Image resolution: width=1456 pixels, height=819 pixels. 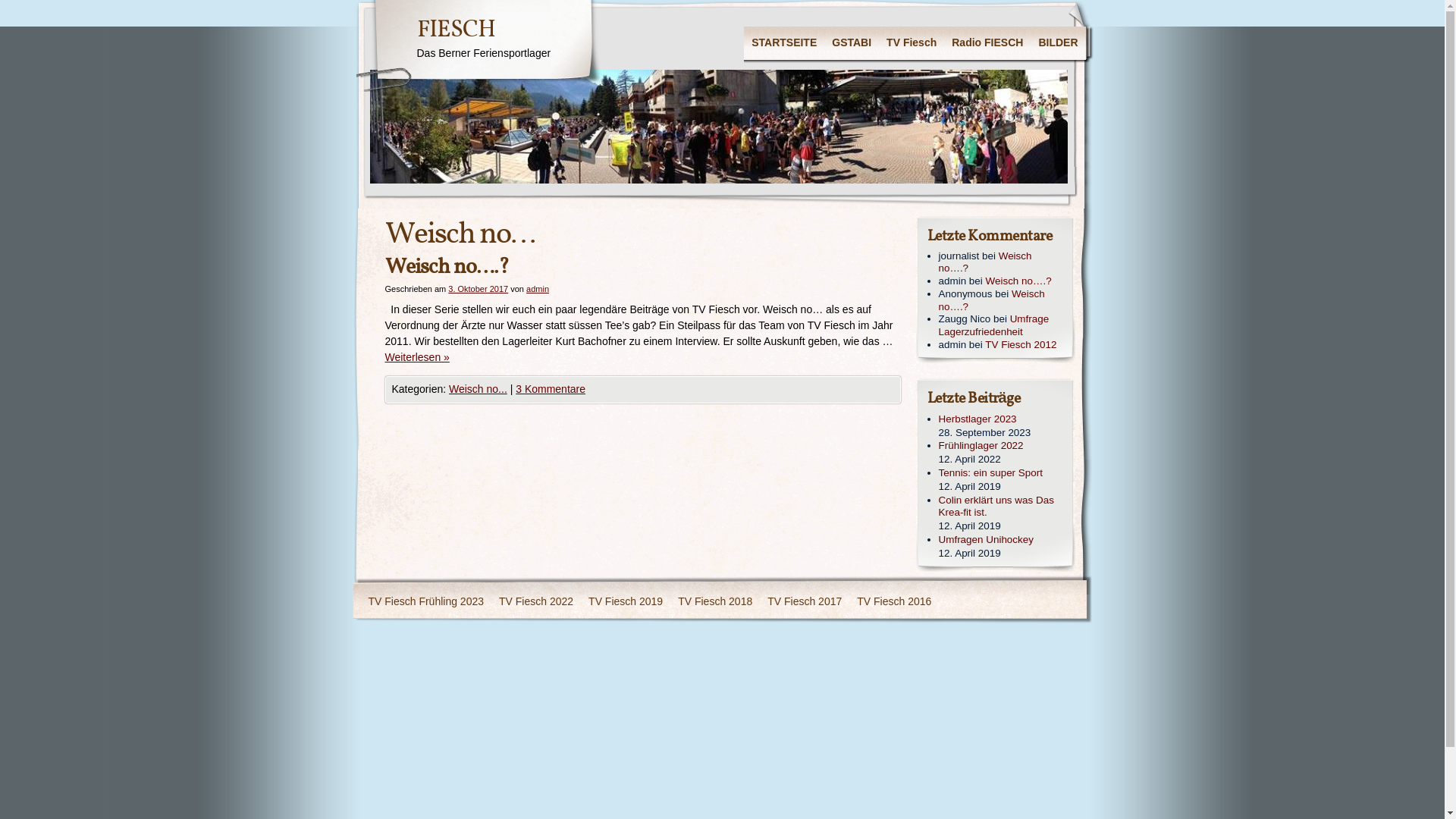 What do you see at coordinates (477, 288) in the screenshot?
I see `'3. Oktober 2017'` at bounding box center [477, 288].